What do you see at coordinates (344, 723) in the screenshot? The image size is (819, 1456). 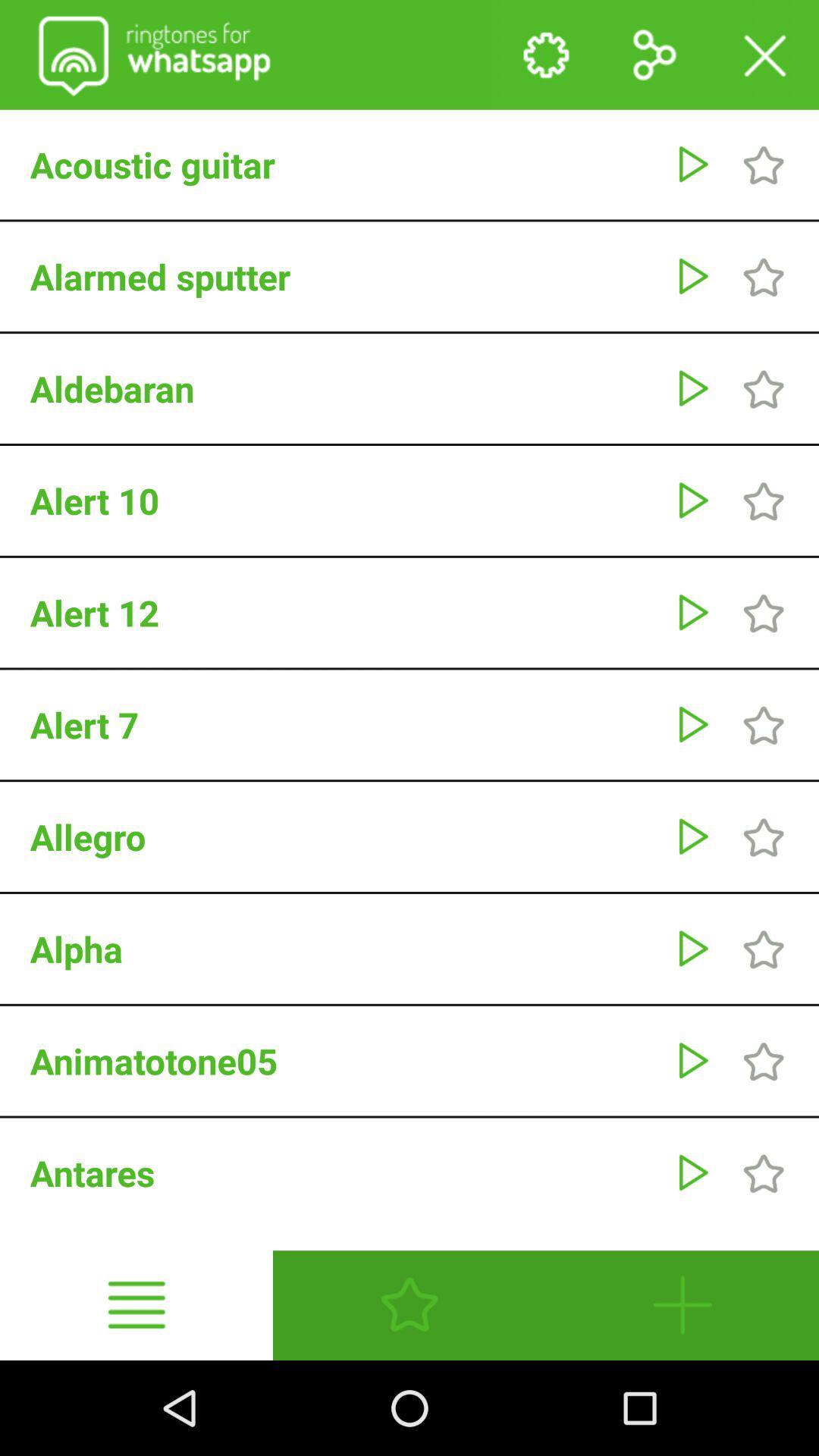 I see `the alert 7 item` at bounding box center [344, 723].